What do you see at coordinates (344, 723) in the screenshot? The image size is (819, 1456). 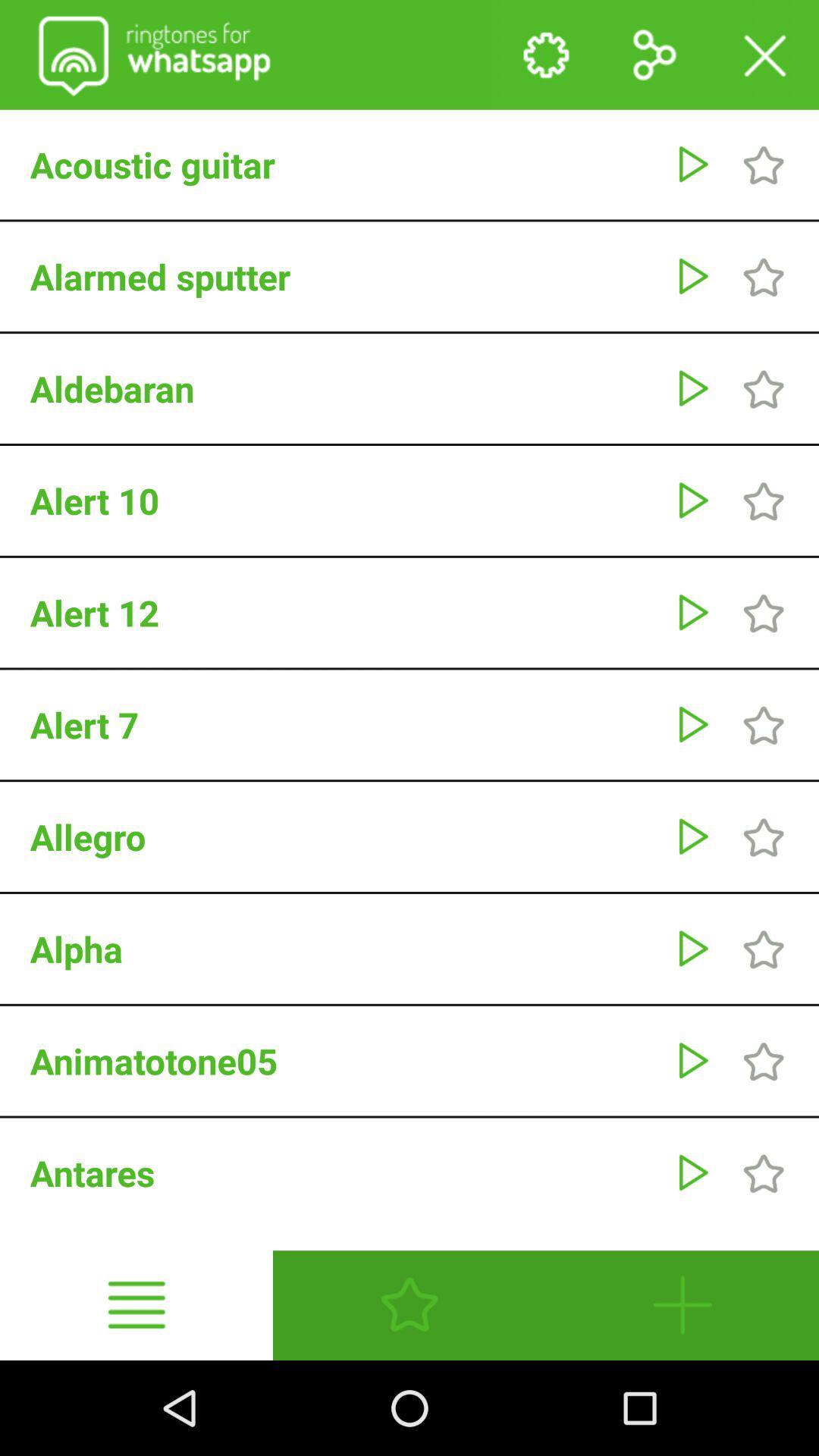 I see `the alert 7 item` at bounding box center [344, 723].